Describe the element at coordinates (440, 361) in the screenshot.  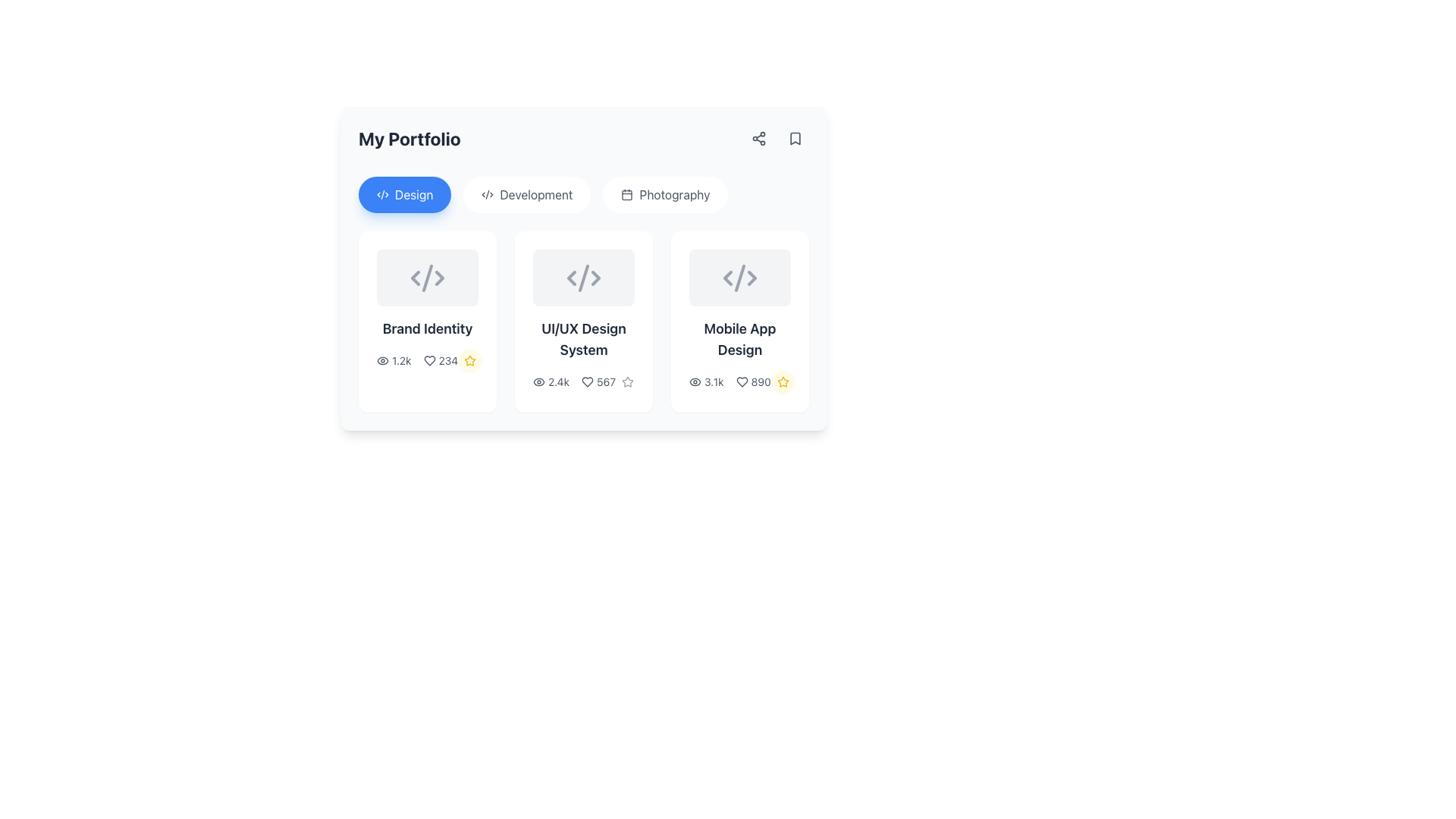
I see `the metric display text paired with an icon that represents a count or metric for 'Brand Identity', located centrally within the card component` at that location.